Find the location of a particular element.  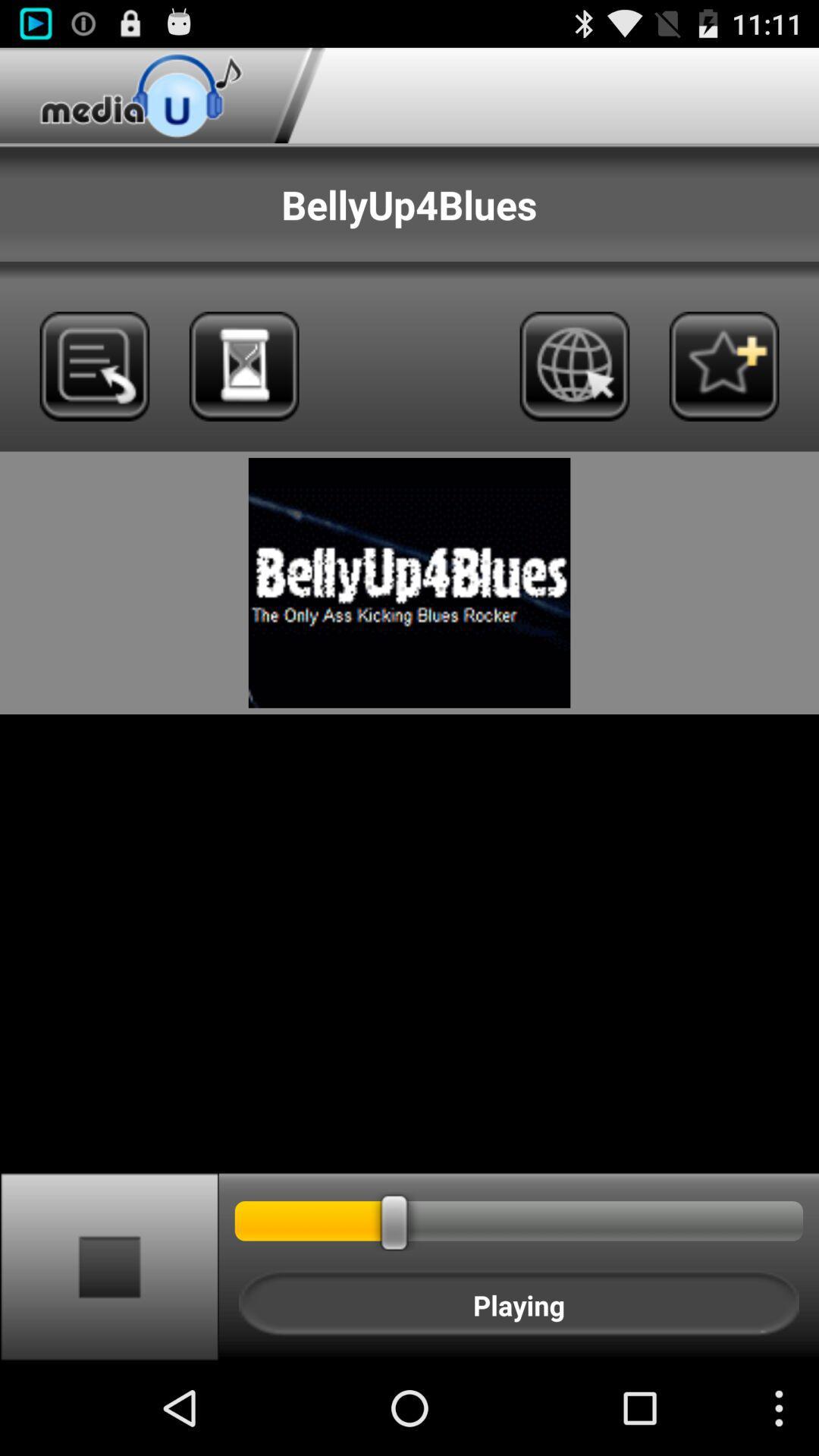

to favorites is located at coordinates (723, 366).